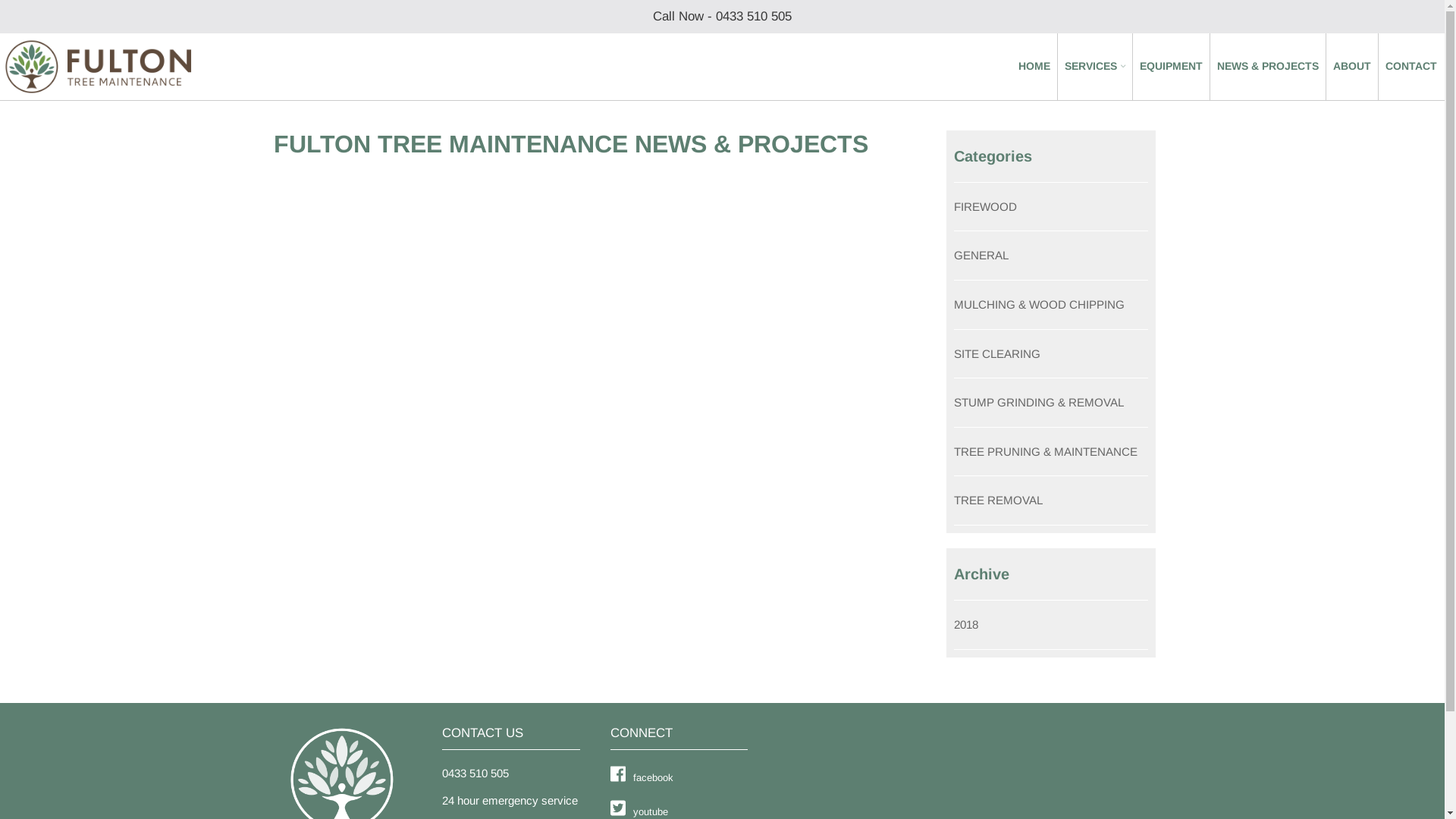  I want to click on 'STUMP GRINDING & REMOVAL', so click(1037, 401).